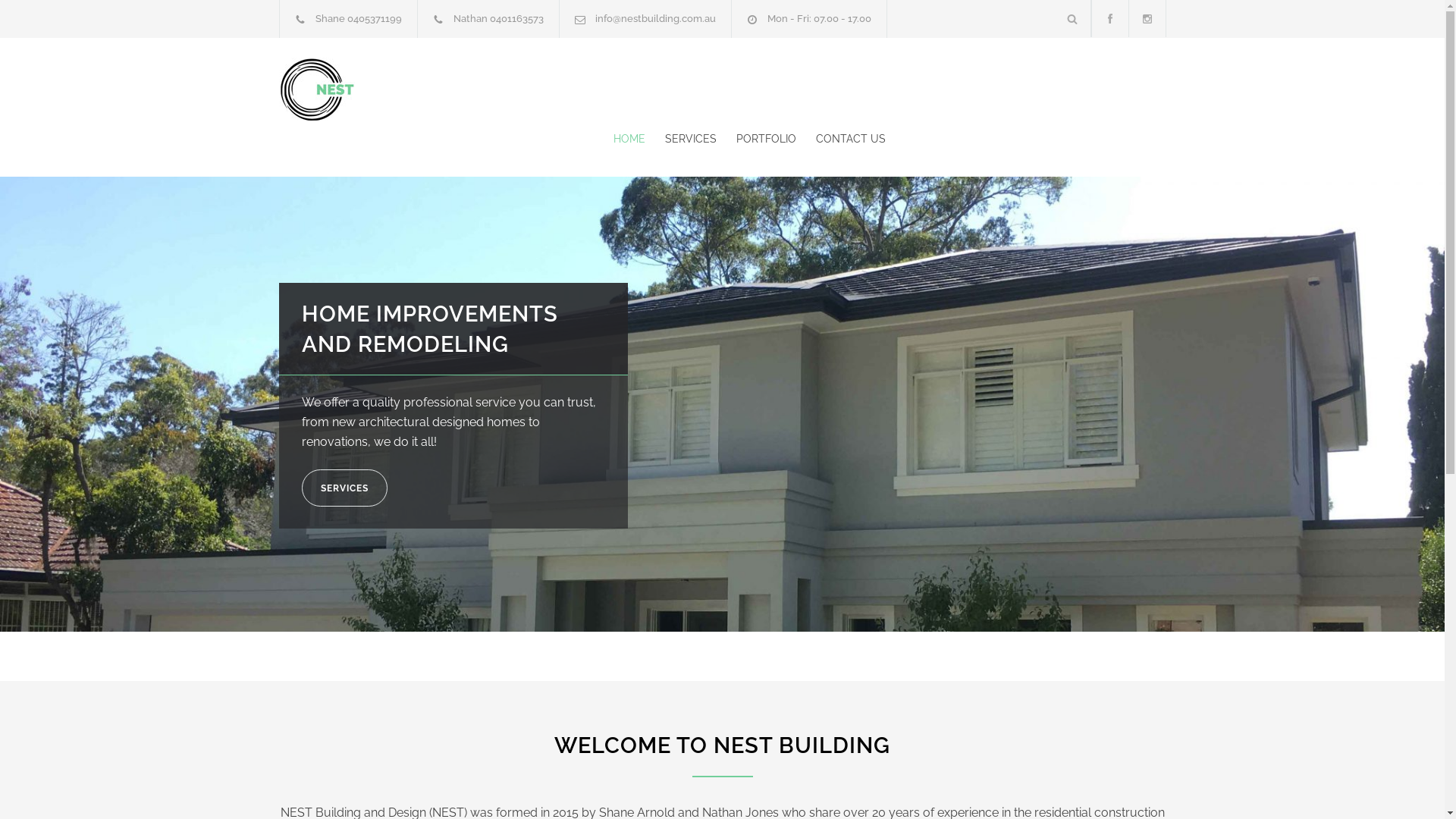 The height and width of the screenshot is (819, 1456). I want to click on 'PORTFOLIO', so click(755, 138).